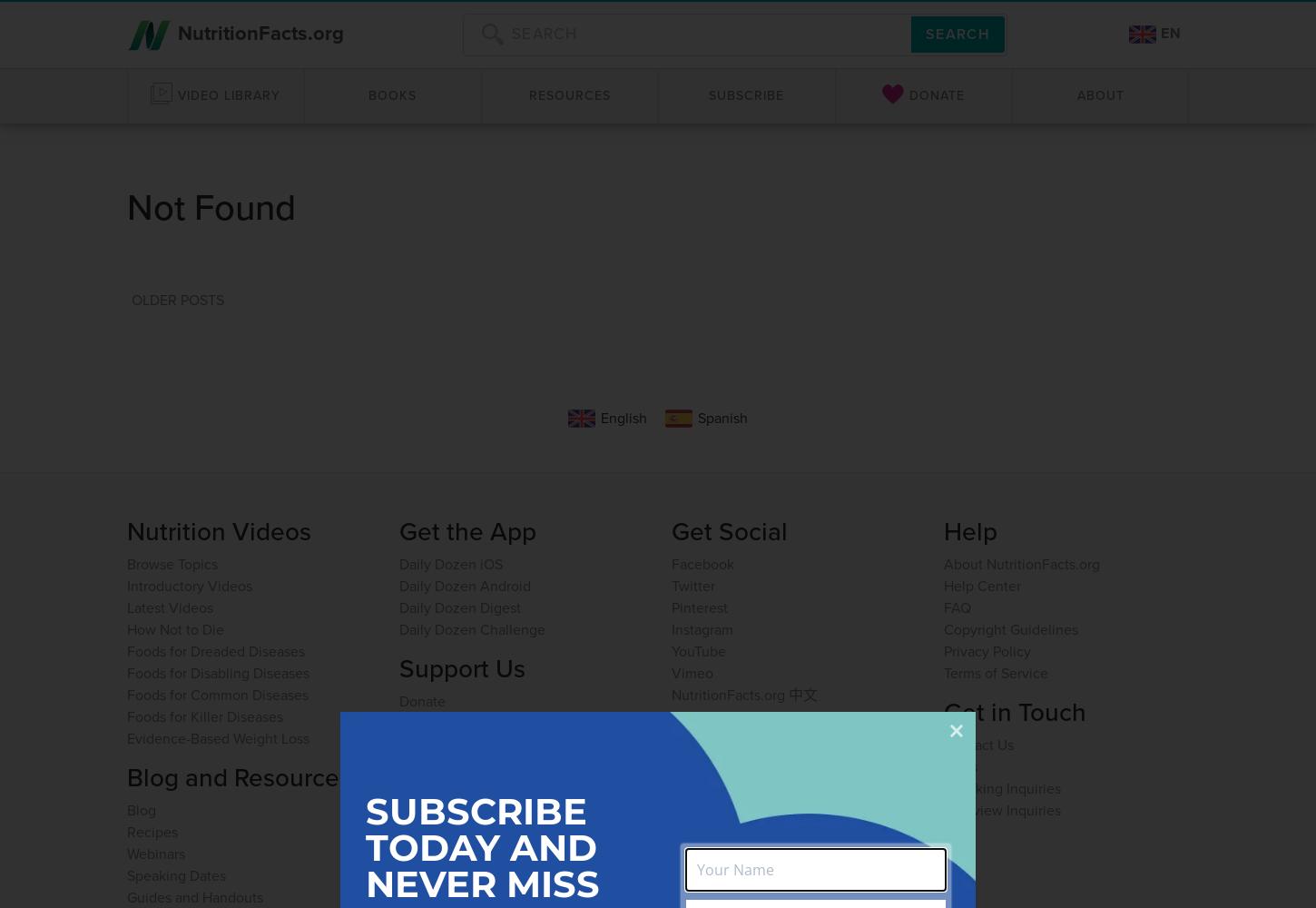 The width and height of the screenshot is (1316, 908). What do you see at coordinates (465, 585) in the screenshot?
I see `'Daily Dozen Android'` at bounding box center [465, 585].